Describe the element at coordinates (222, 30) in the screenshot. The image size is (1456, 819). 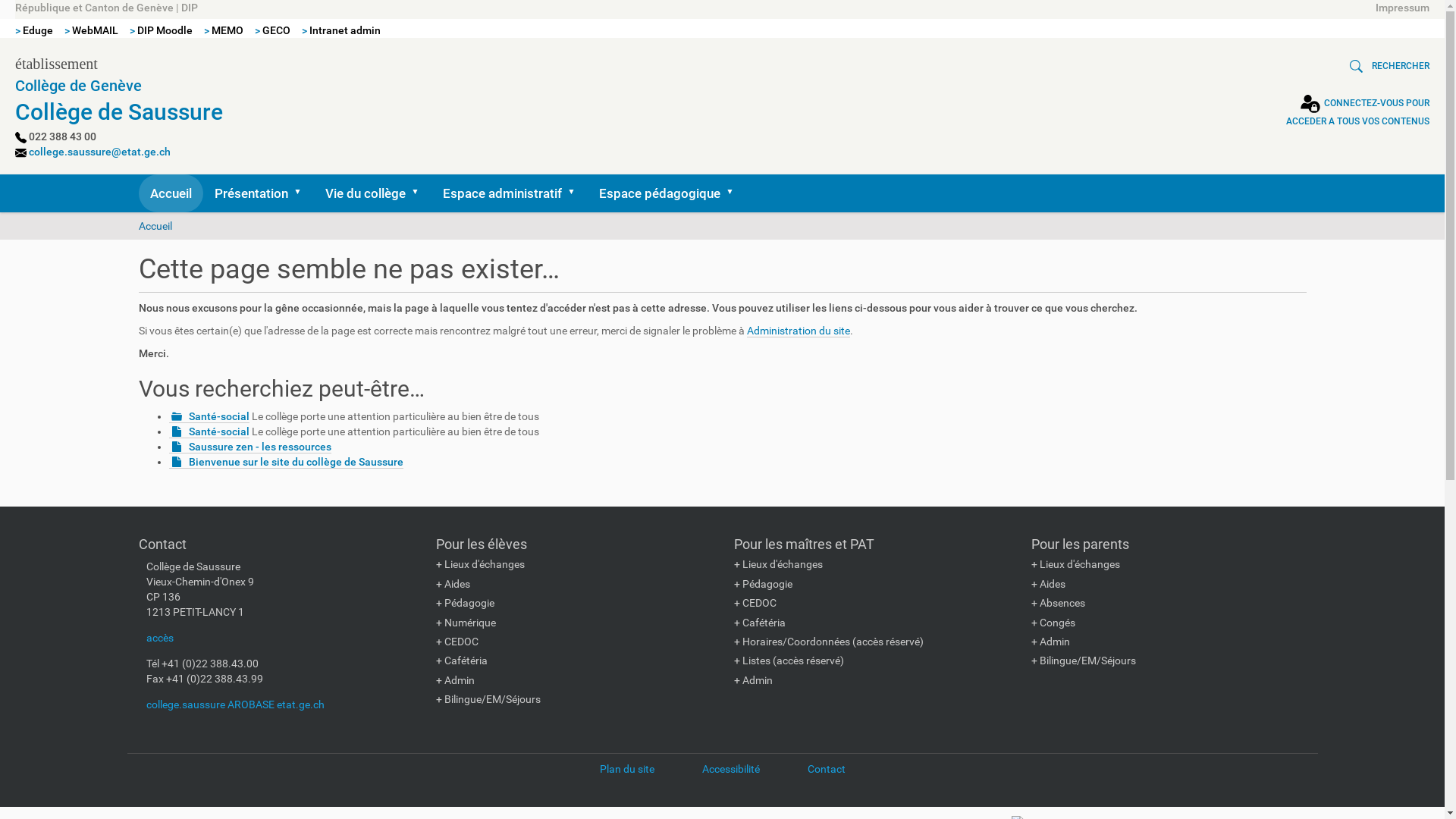
I see `'> MEMO'` at that location.